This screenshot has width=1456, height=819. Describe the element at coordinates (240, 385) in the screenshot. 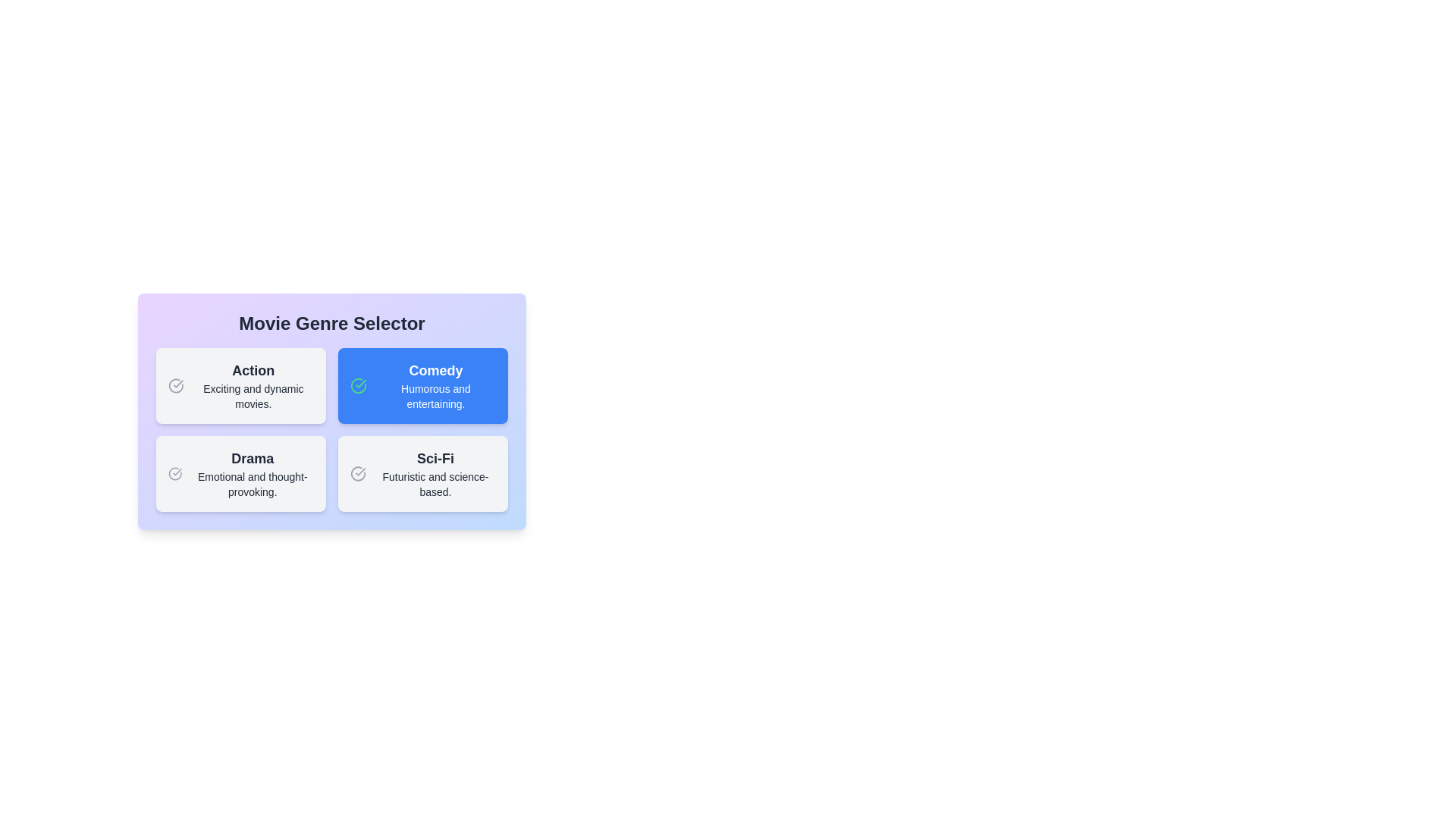

I see `the description of the genre Action and read its text` at that location.